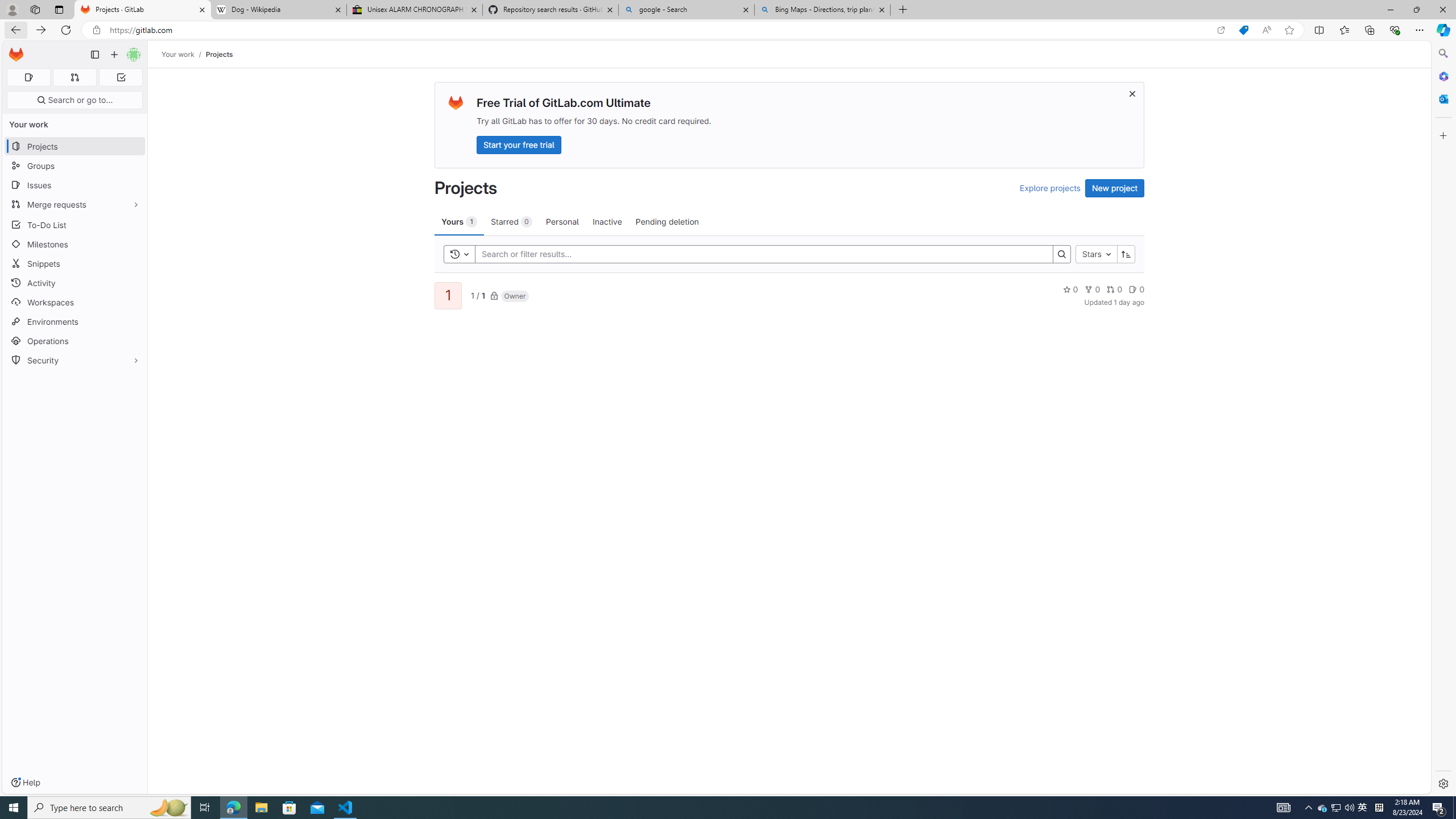 This screenshot has height=819, width=1456. Describe the element at coordinates (1096, 254) in the screenshot. I see `'Stars'` at that location.